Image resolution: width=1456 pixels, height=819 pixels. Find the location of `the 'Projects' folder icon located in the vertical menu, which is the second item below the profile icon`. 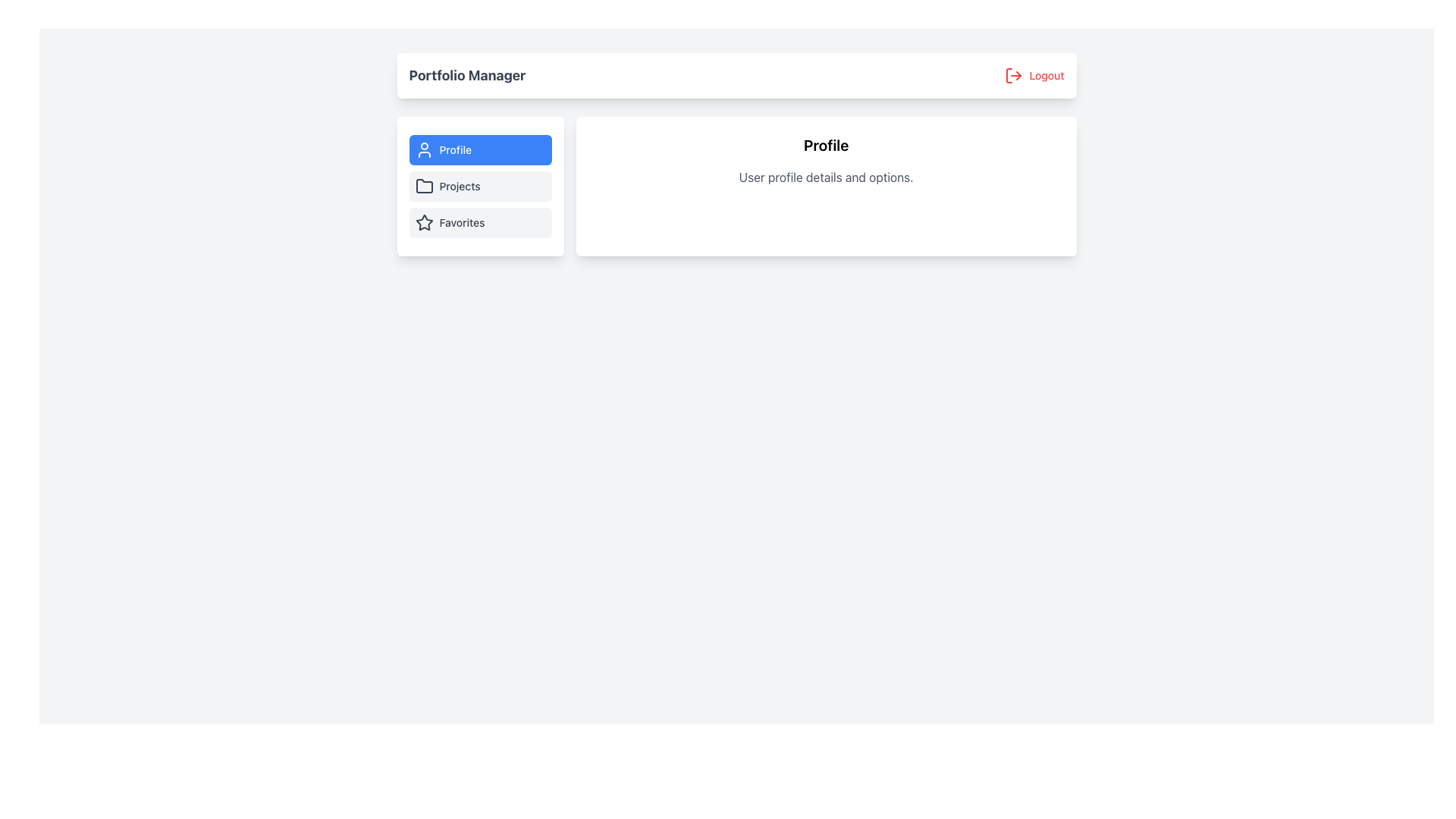

the 'Projects' folder icon located in the vertical menu, which is the second item below the profile icon is located at coordinates (424, 185).